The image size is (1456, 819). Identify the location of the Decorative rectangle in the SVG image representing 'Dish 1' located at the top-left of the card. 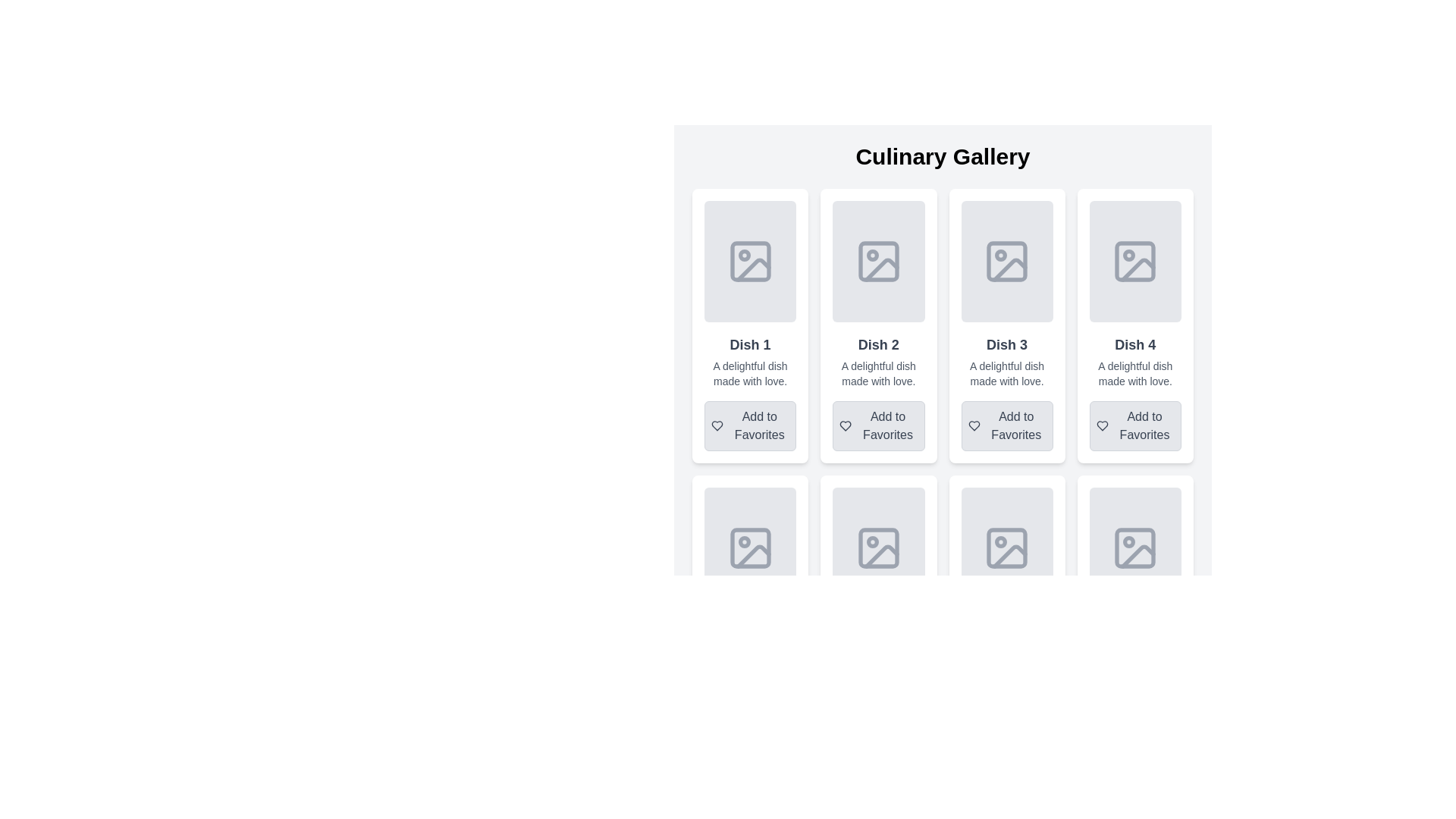
(750, 260).